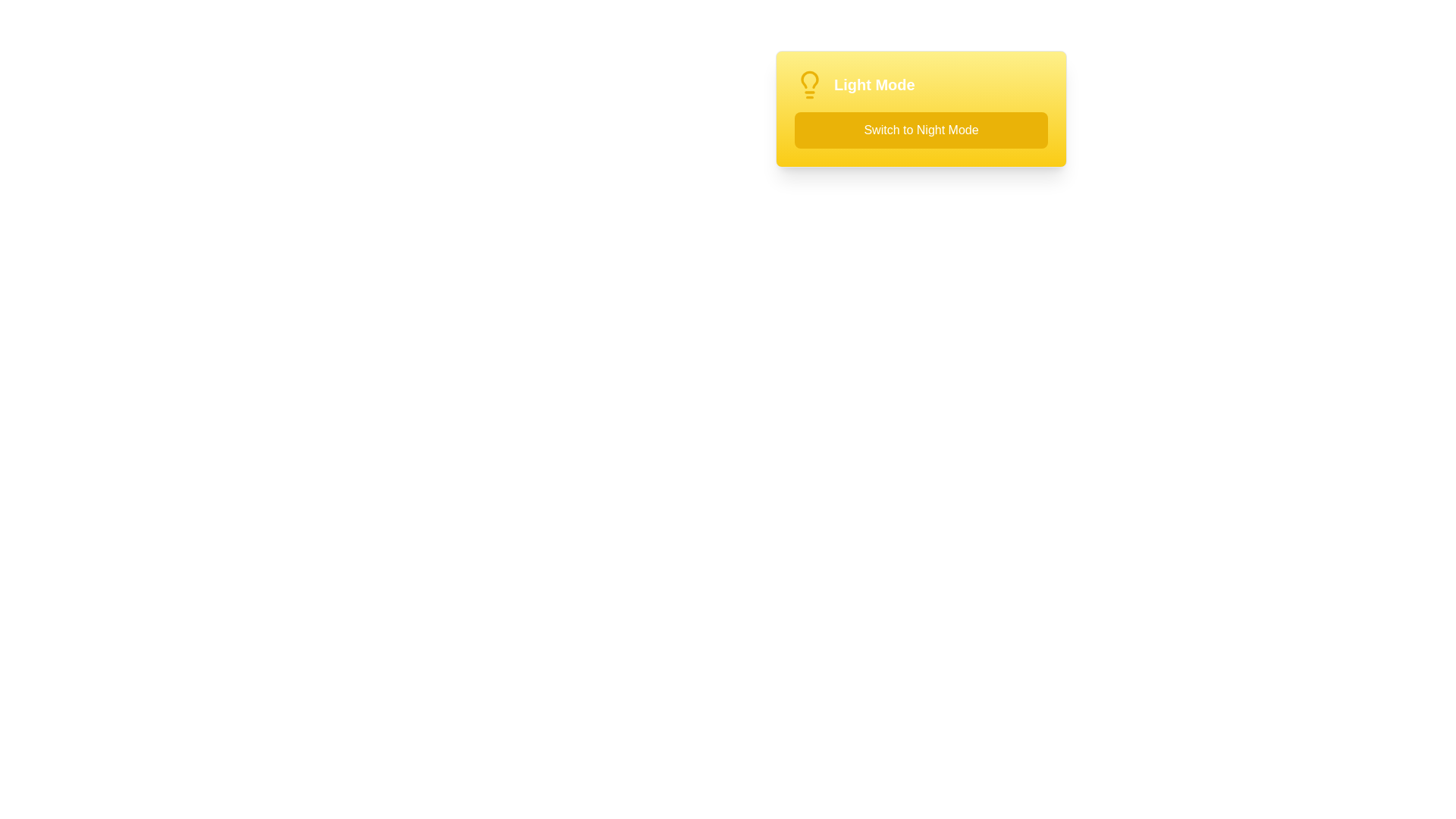 This screenshot has width=1456, height=819. Describe the element at coordinates (920, 108) in the screenshot. I see `text of the user interface component designed for toggling between light and night modes, which includes the header 'Light Mode' and the button 'Switch to Night Mode'` at that location.